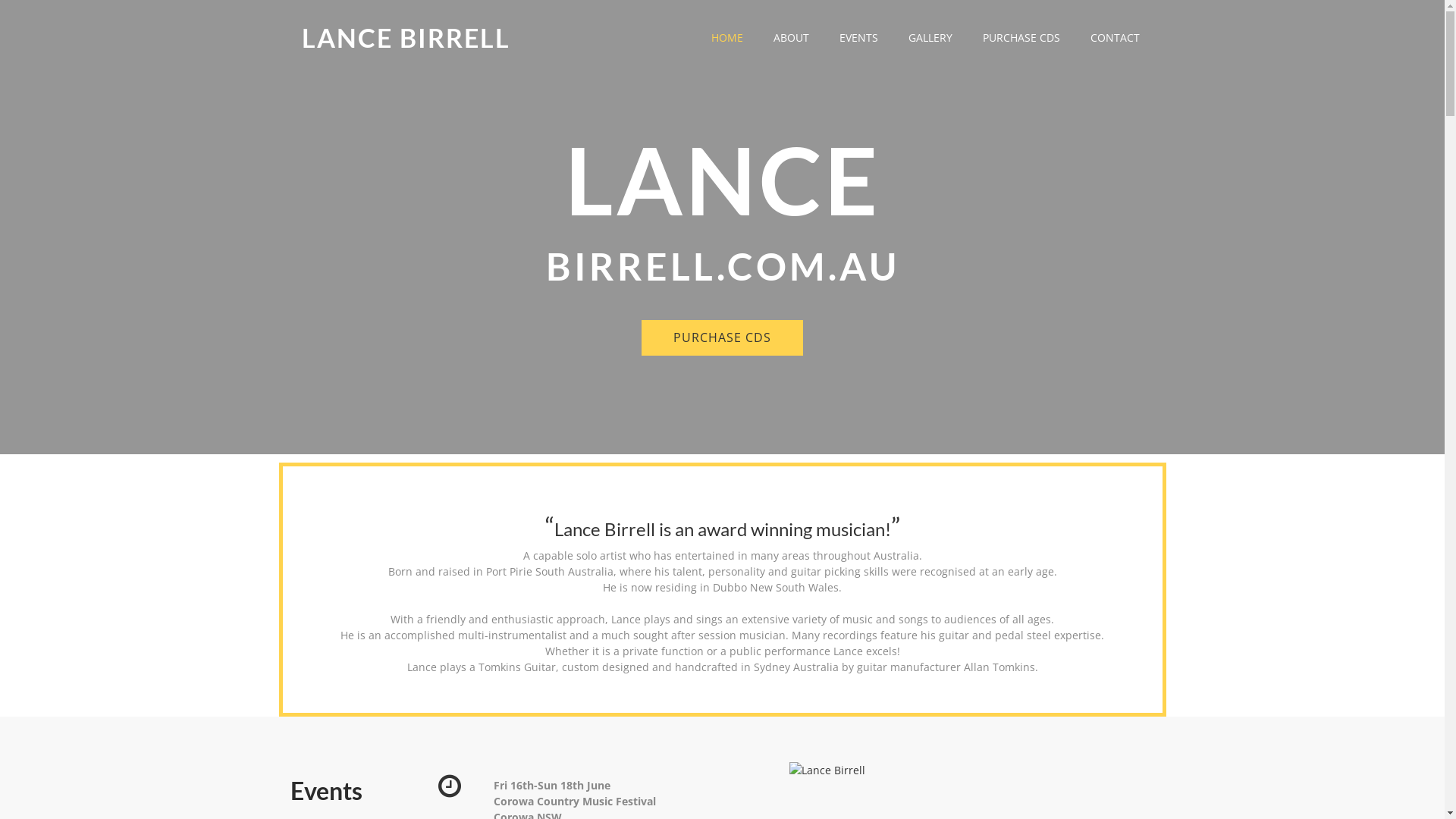 The height and width of the screenshot is (819, 1456). I want to click on 'GALLERY', so click(893, 37).